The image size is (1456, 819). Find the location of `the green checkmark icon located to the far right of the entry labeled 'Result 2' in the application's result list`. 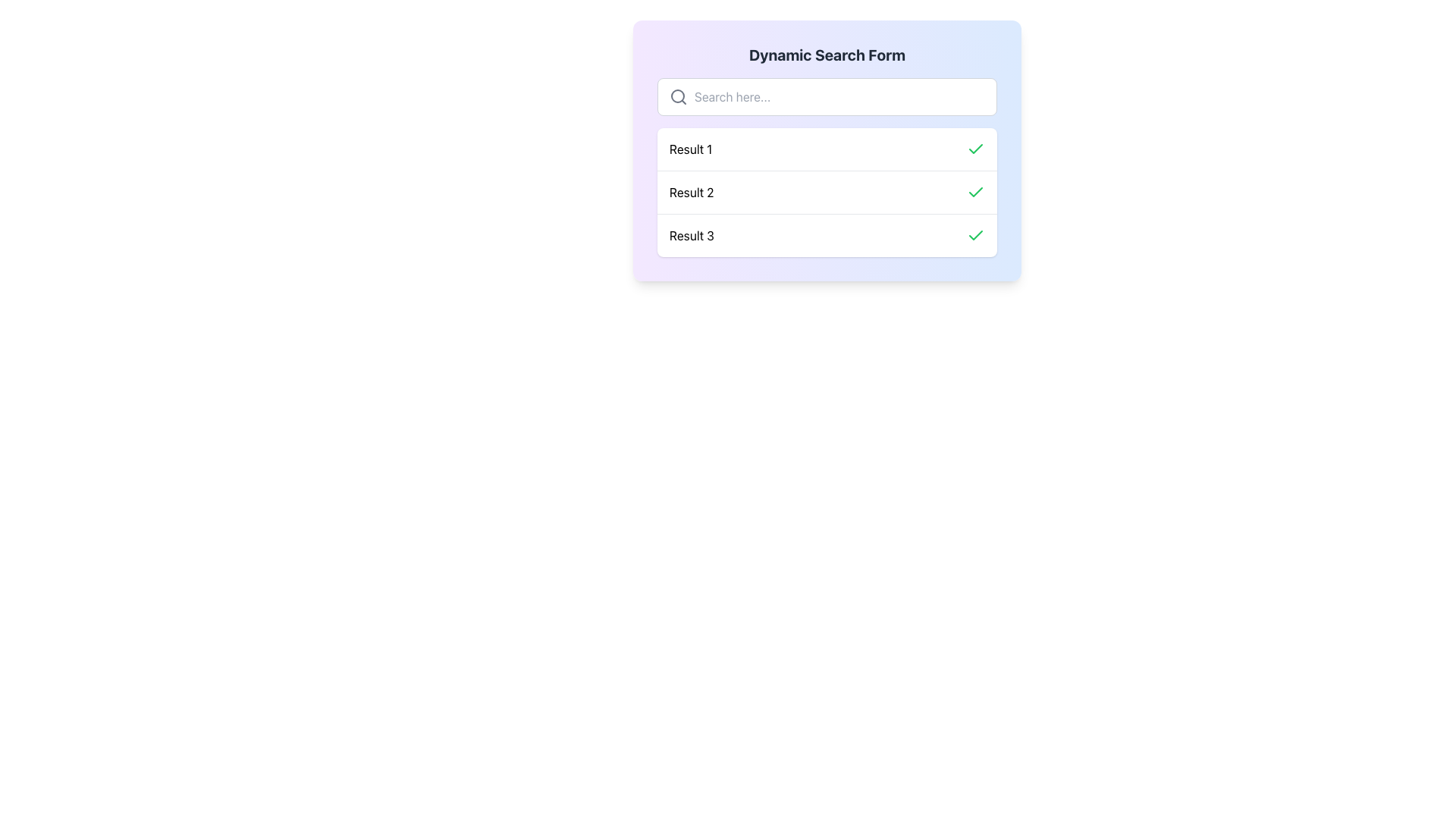

the green checkmark icon located to the far right of the entry labeled 'Result 2' in the application's result list is located at coordinates (975, 235).